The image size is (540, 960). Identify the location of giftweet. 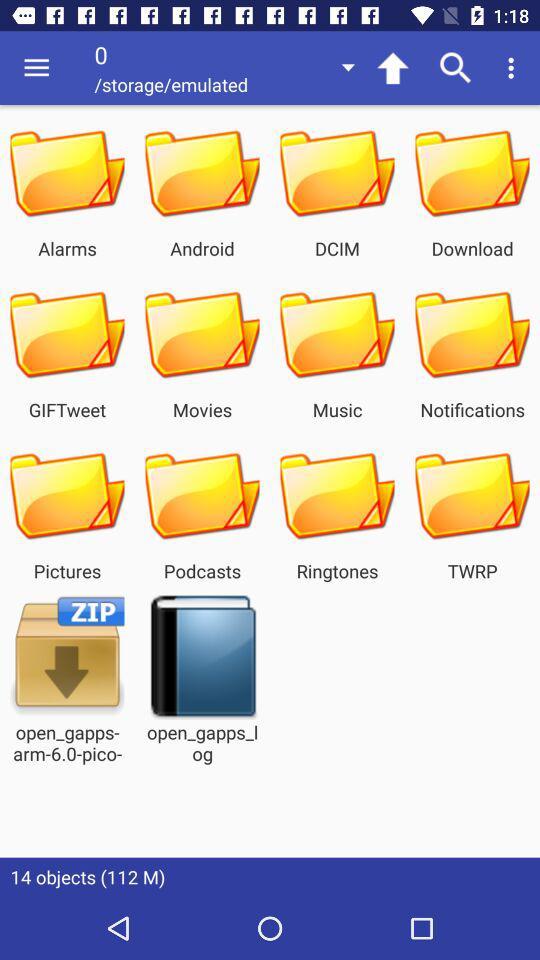
(67, 335).